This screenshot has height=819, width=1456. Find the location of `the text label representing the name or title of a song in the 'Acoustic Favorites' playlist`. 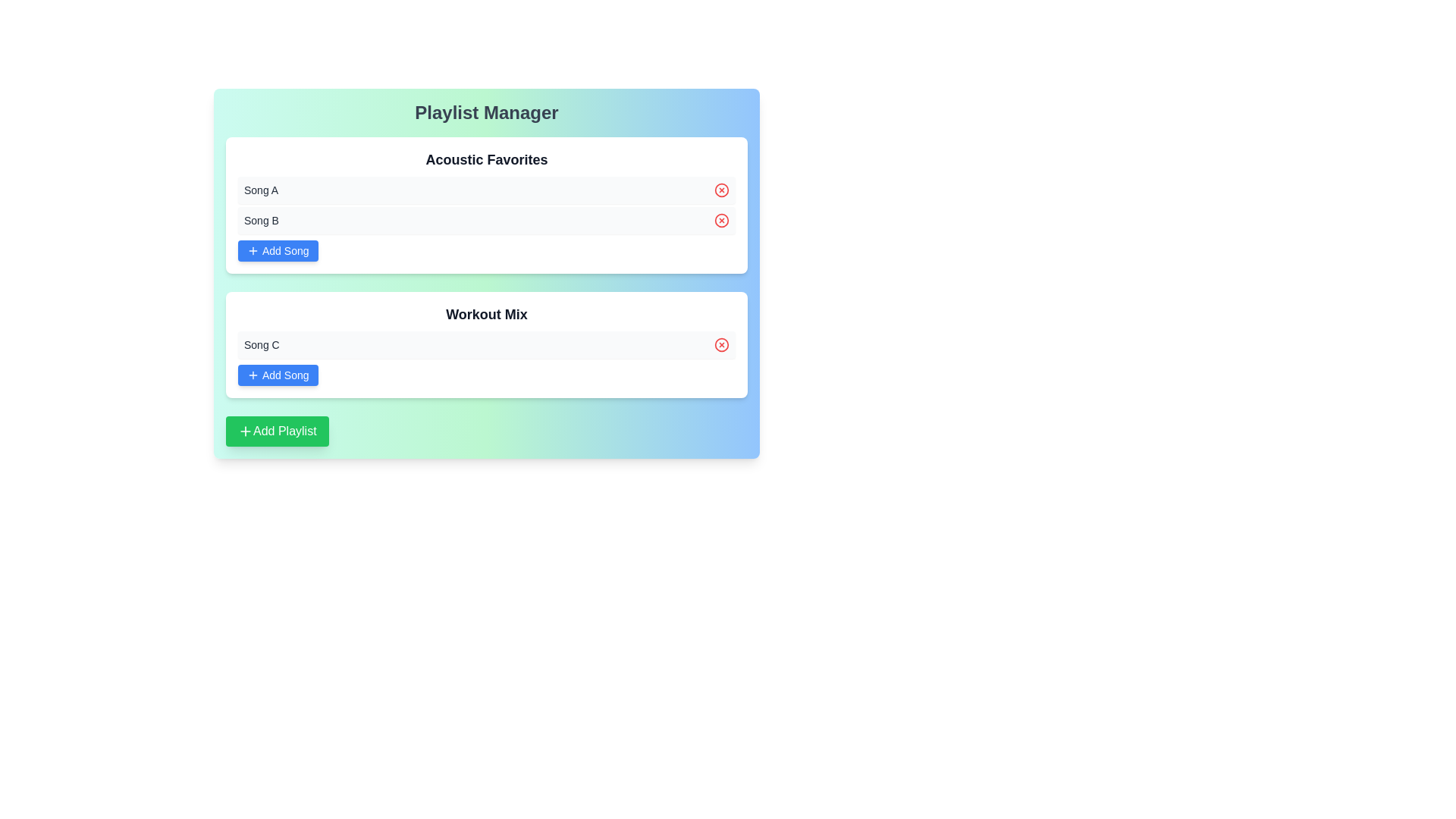

the text label representing the name or title of a song in the 'Acoustic Favorites' playlist is located at coordinates (261, 189).